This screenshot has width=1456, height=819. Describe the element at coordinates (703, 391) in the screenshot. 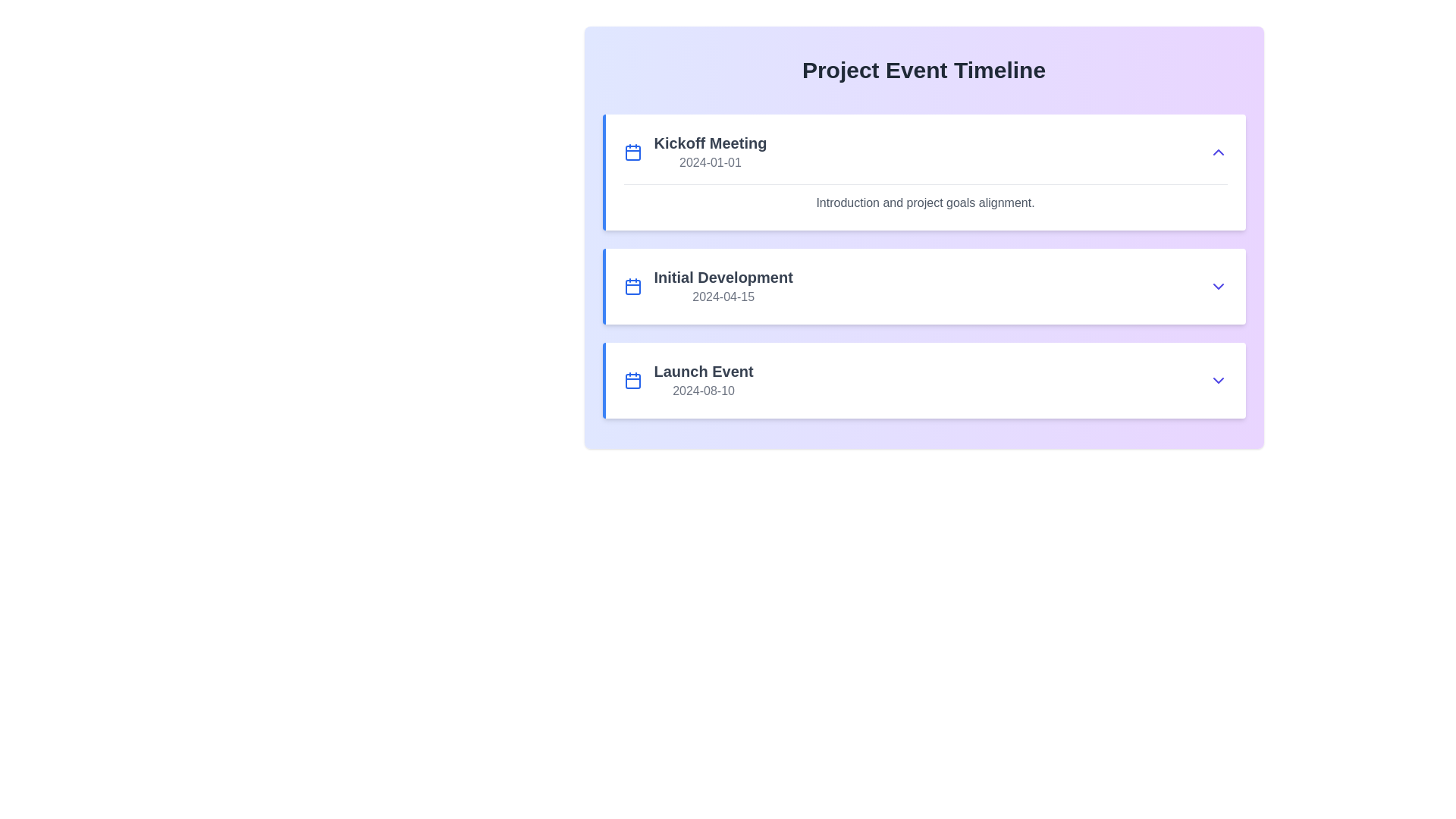

I see `the text label displaying the date '2024-08-10' in gray color, which is located below the bold title 'Launch Event' in the event timeline card` at that location.